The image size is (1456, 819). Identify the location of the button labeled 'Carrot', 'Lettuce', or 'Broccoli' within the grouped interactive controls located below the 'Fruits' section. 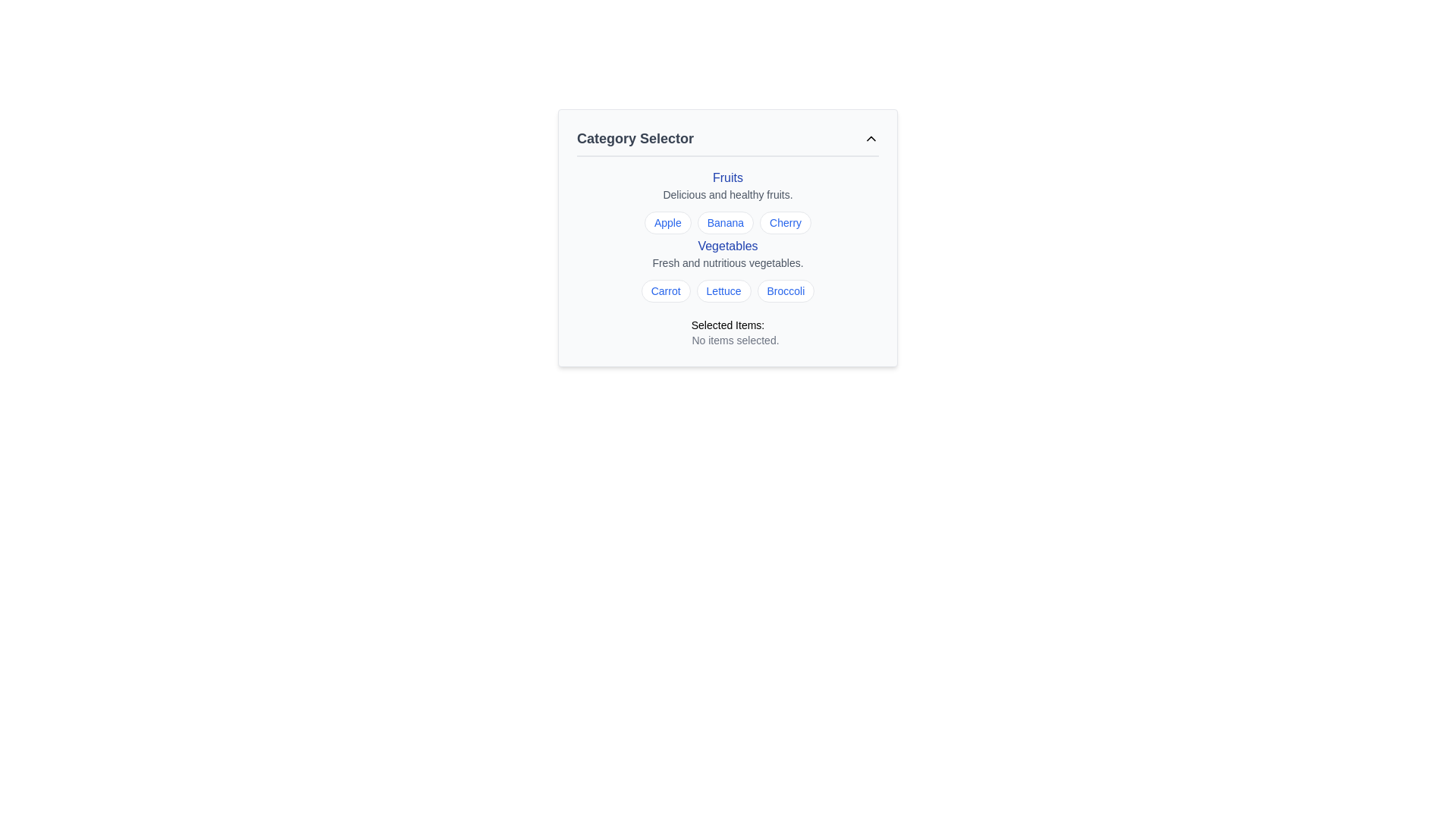
(728, 271).